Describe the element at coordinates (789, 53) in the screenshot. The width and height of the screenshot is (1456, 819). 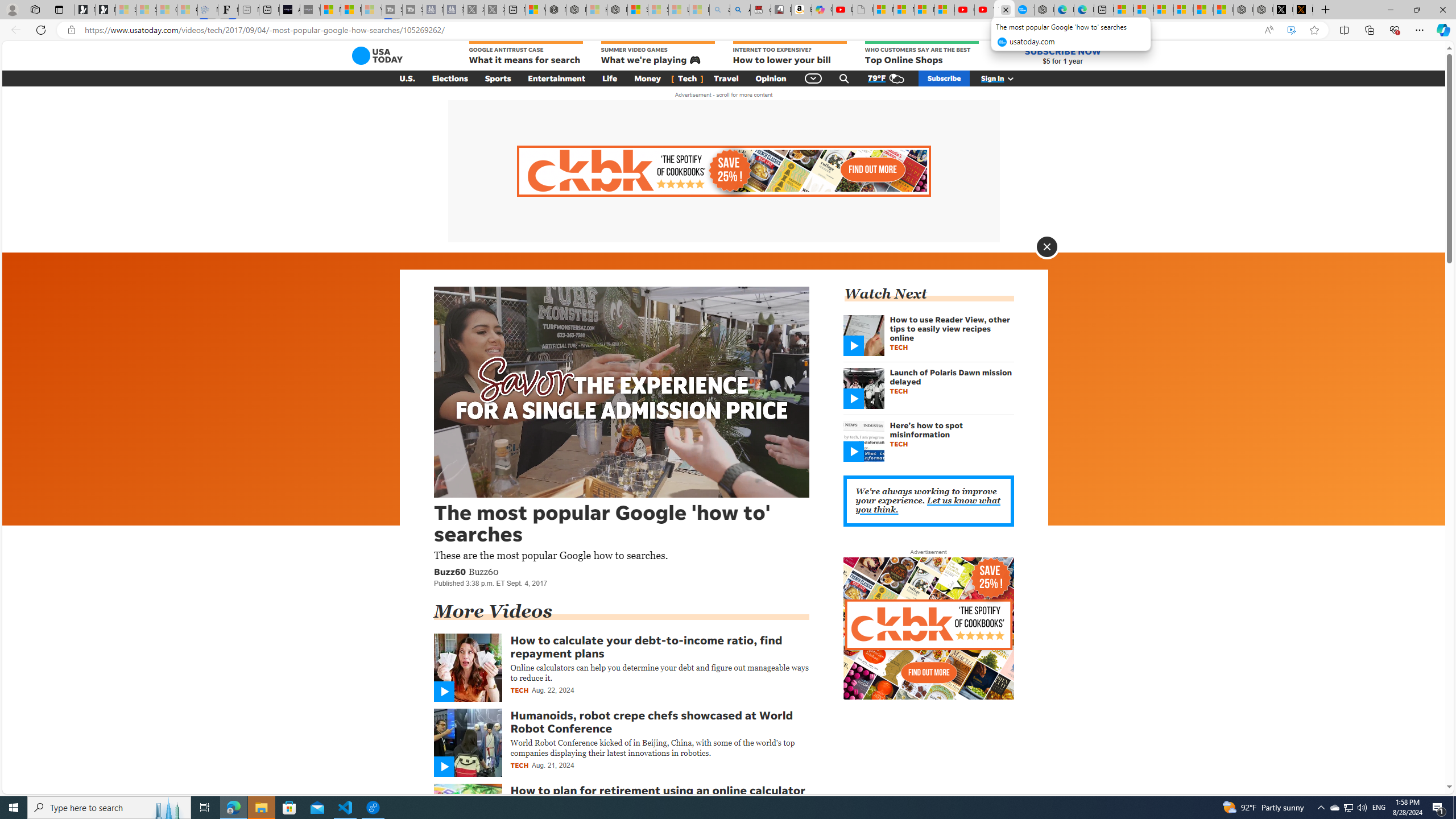
I see `'INTERNET TOO EXPENSIVE? How to lower your bill'` at that location.